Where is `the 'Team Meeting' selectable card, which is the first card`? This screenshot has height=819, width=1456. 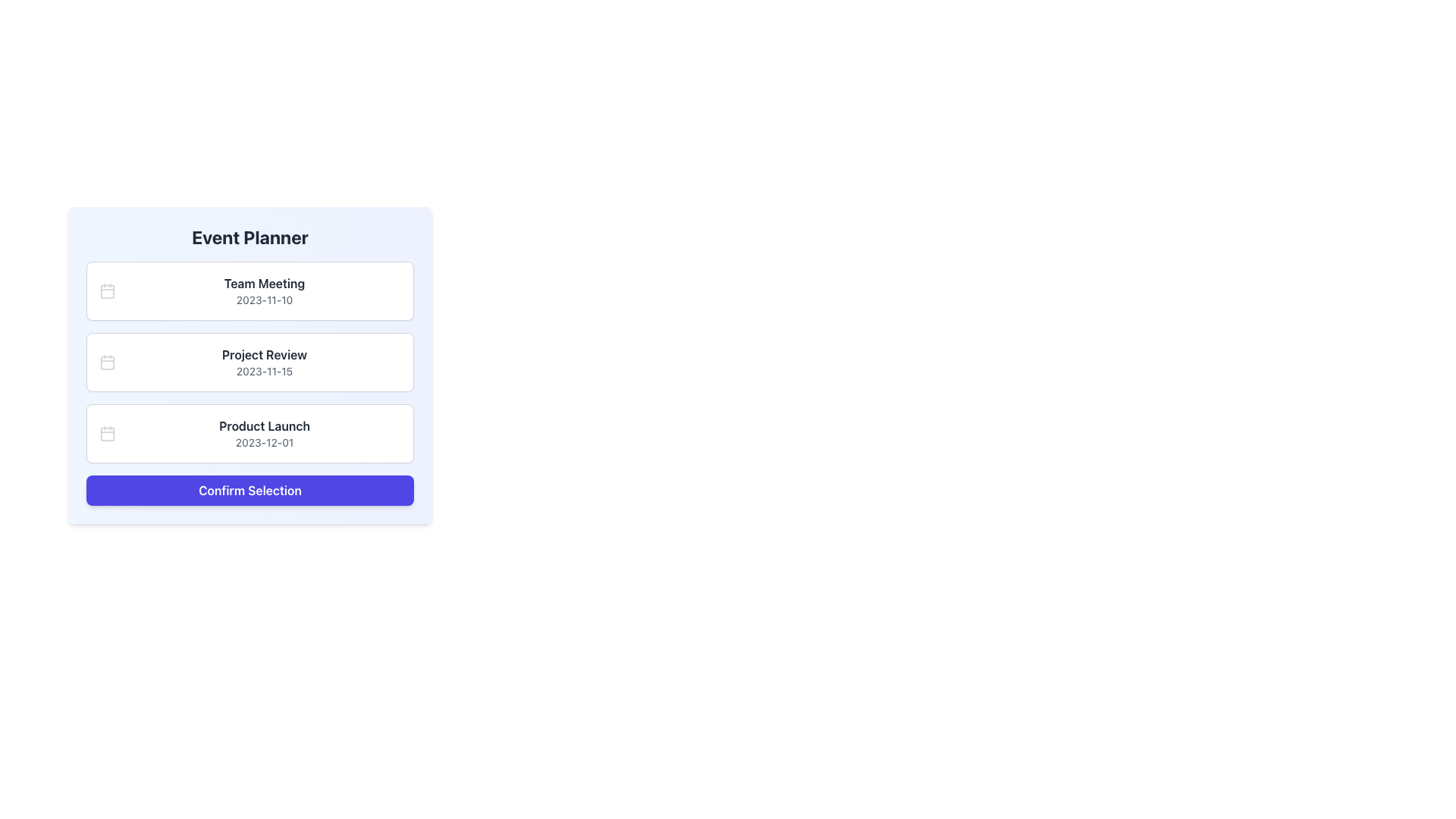
the 'Team Meeting' selectable card, which is the first card is located at coordinates (250, 291).